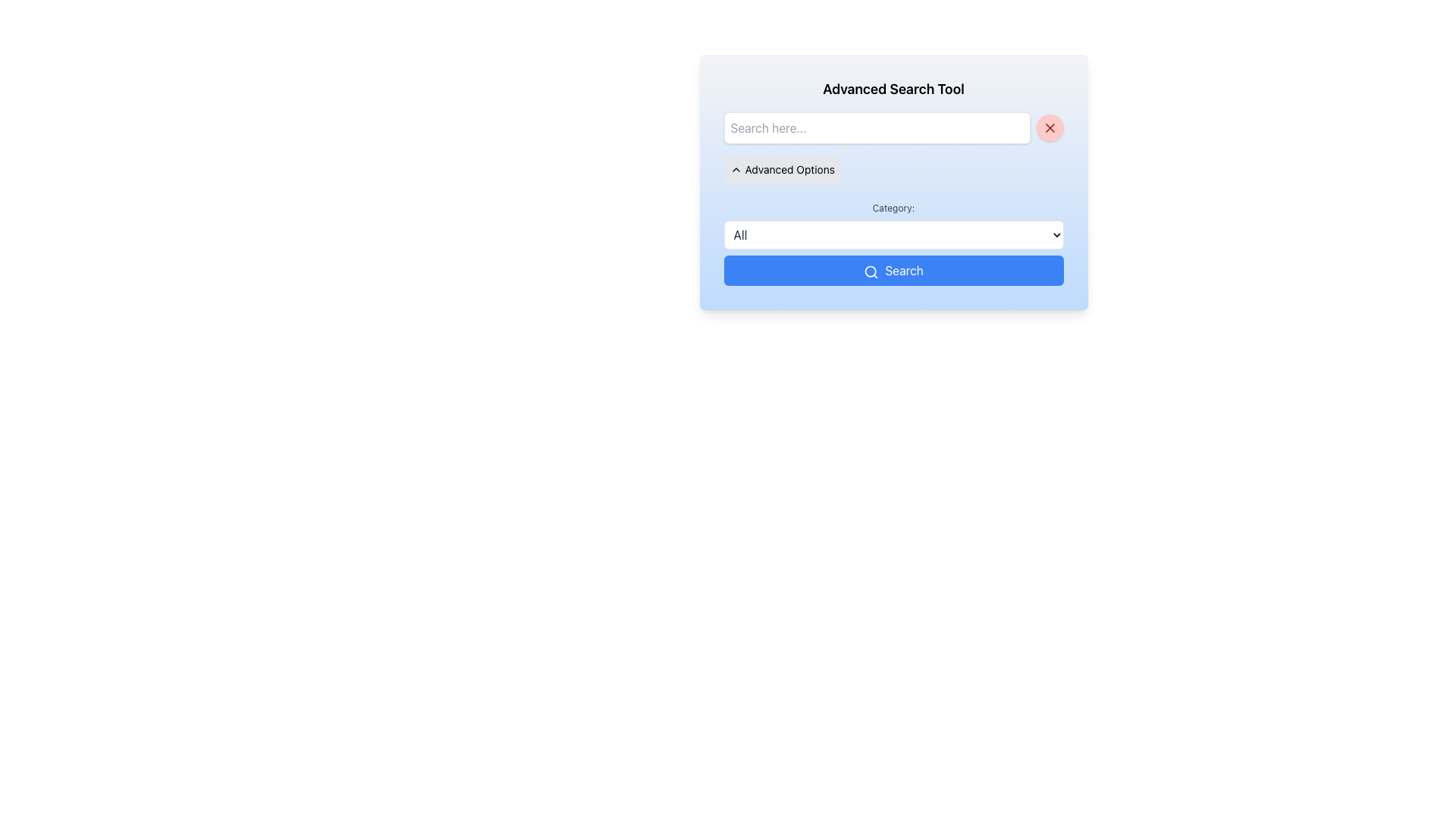 The height and width of the screenshot is (819, 1456). I want to click on the SVG graphical element representing the 'Search' icon, which is part of the 'Search' button at the bottom of the interface, so click(871, 270).